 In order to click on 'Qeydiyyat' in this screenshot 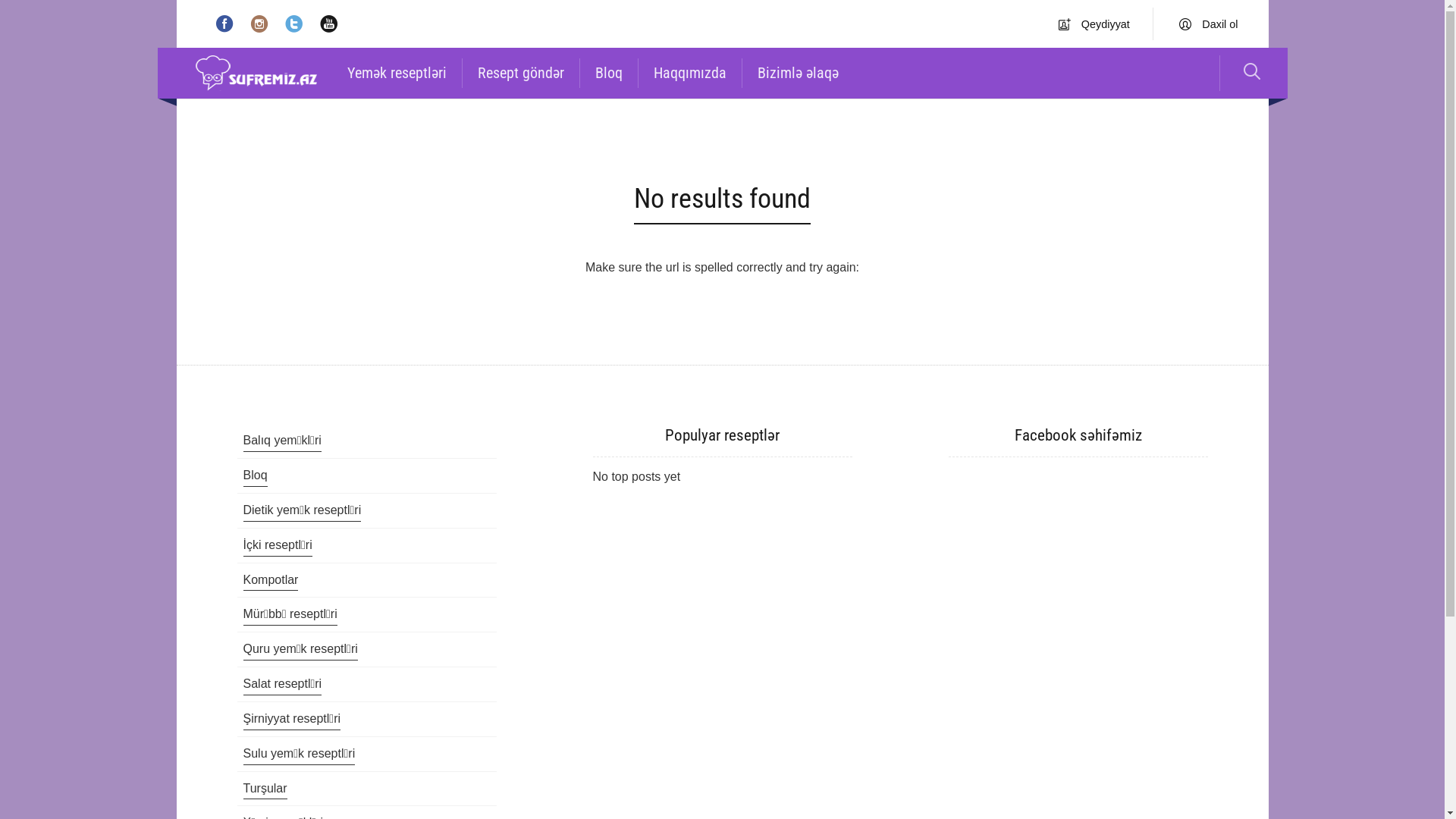, I will do `click(1058, 24)`.